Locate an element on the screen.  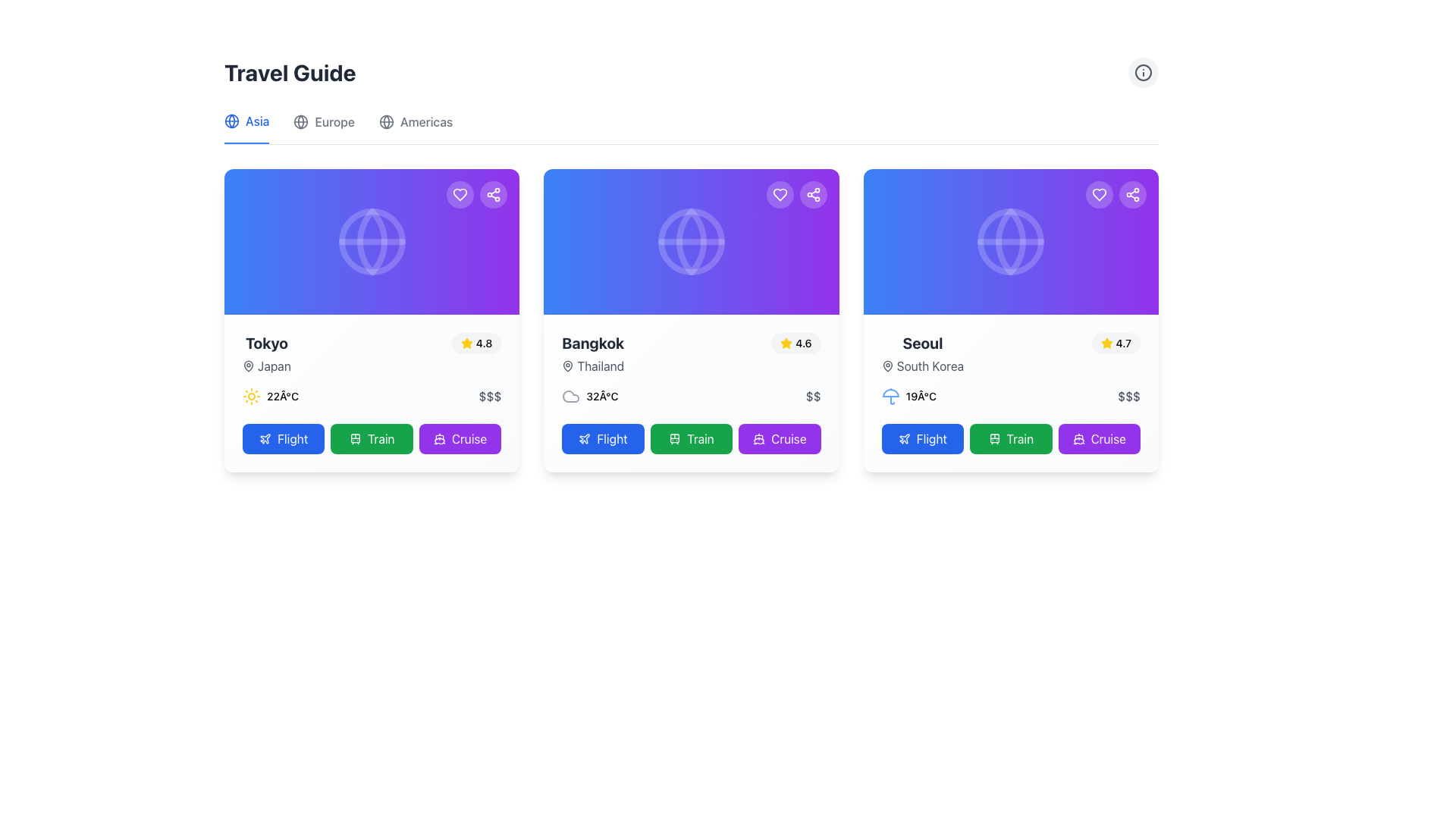
the stylized airplane icon within the Tokyo card, positioned to the left of the 'Flight' button is located at coordinates (265, 438).